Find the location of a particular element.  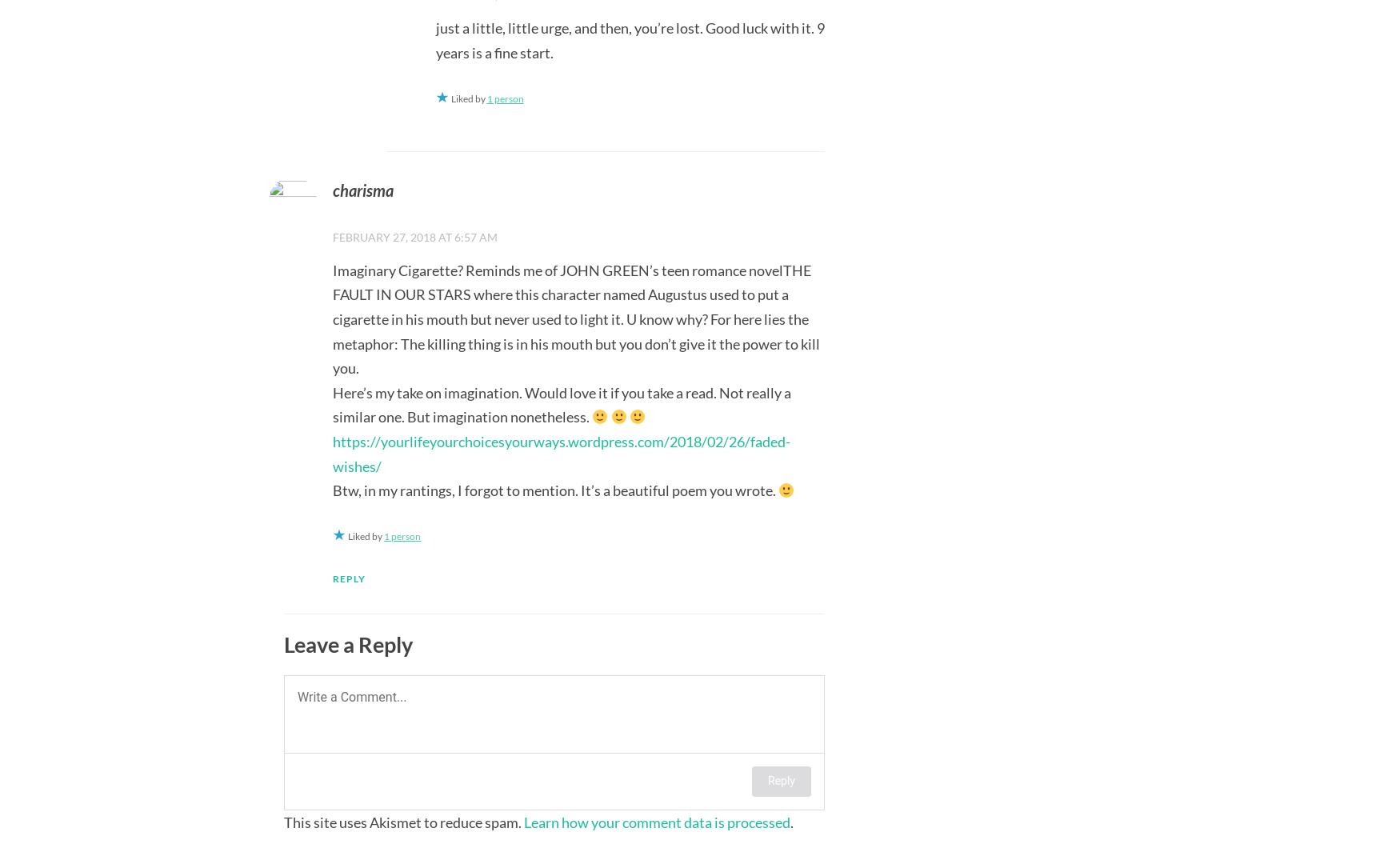

'https://yourlifeyourchoicesyourways.wordpress.com/2018/02/26/faded-wishes/' is located at coordinates (561, 452).